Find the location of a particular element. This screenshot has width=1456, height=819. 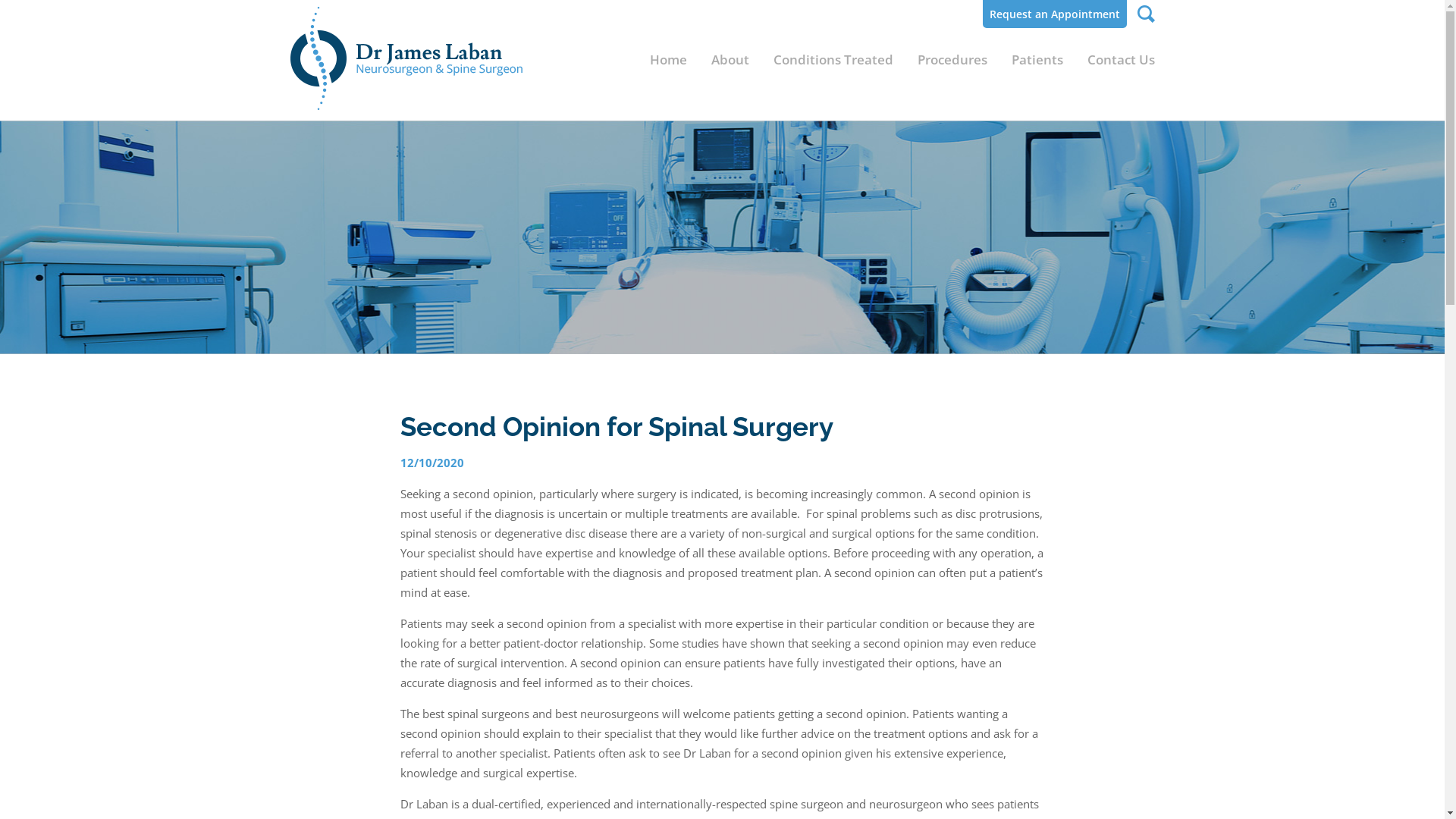

'Patients' is located at coordinates (1037, 58).